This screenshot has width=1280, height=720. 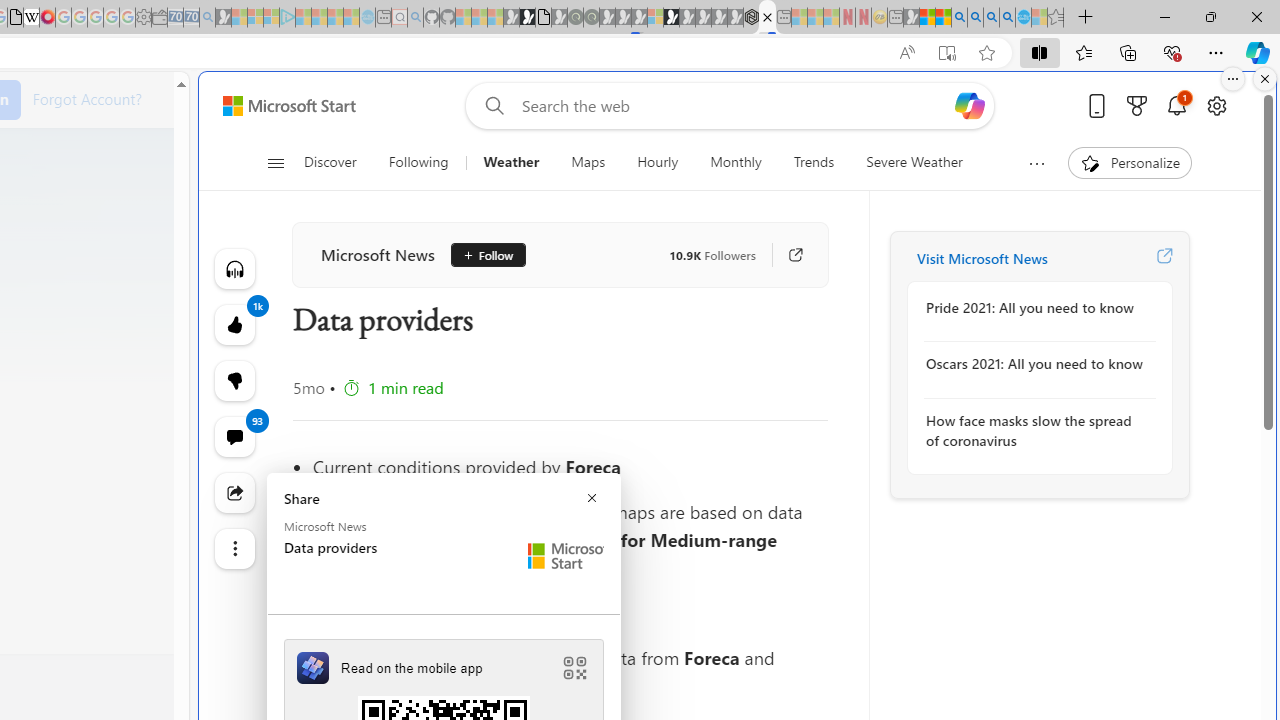 I want to click on 'Maps', so click(x=587, y=162).